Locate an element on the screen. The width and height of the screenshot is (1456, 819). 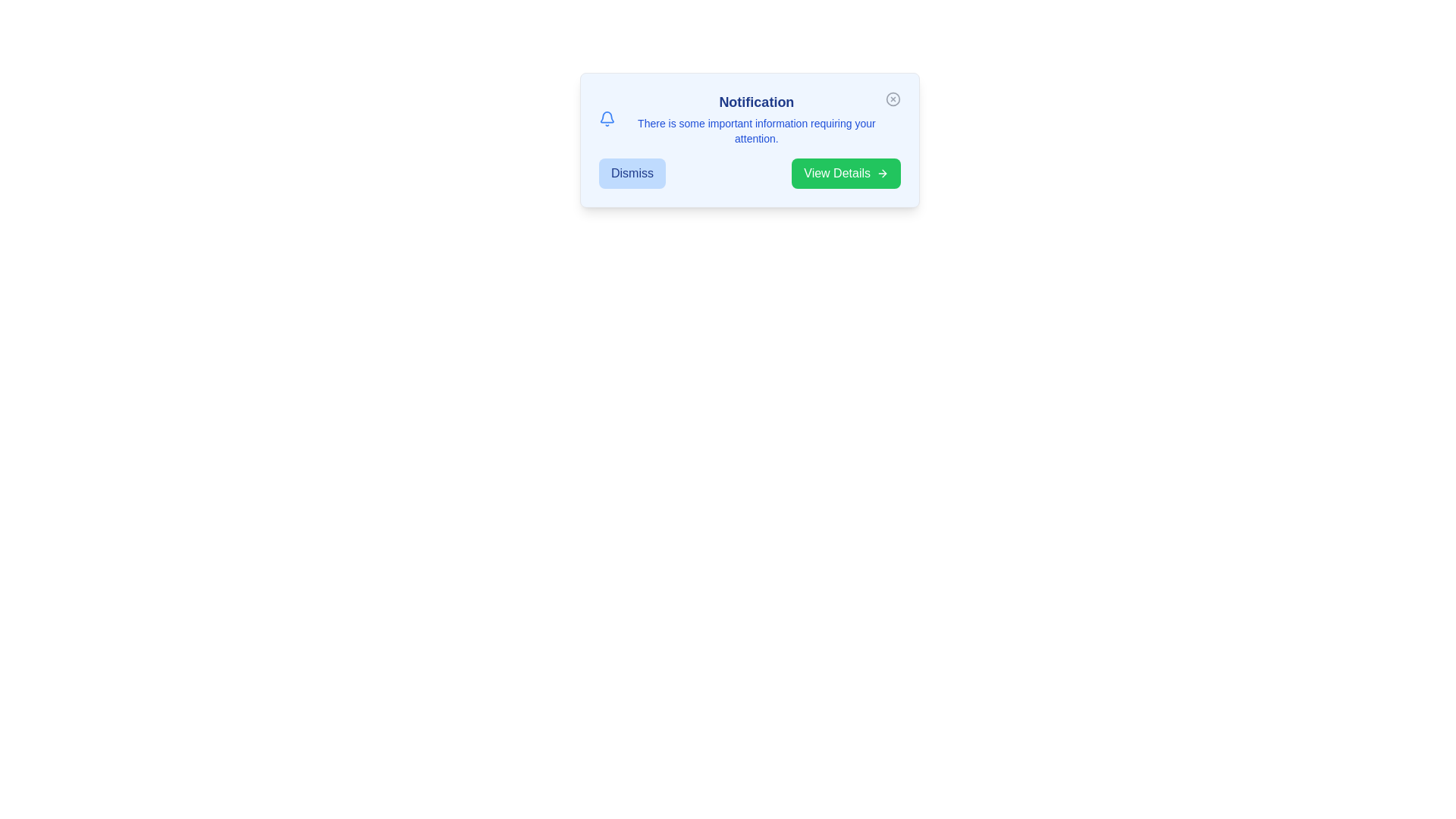
the bell icon to interact with the notification is located at coordinates (607, 118).